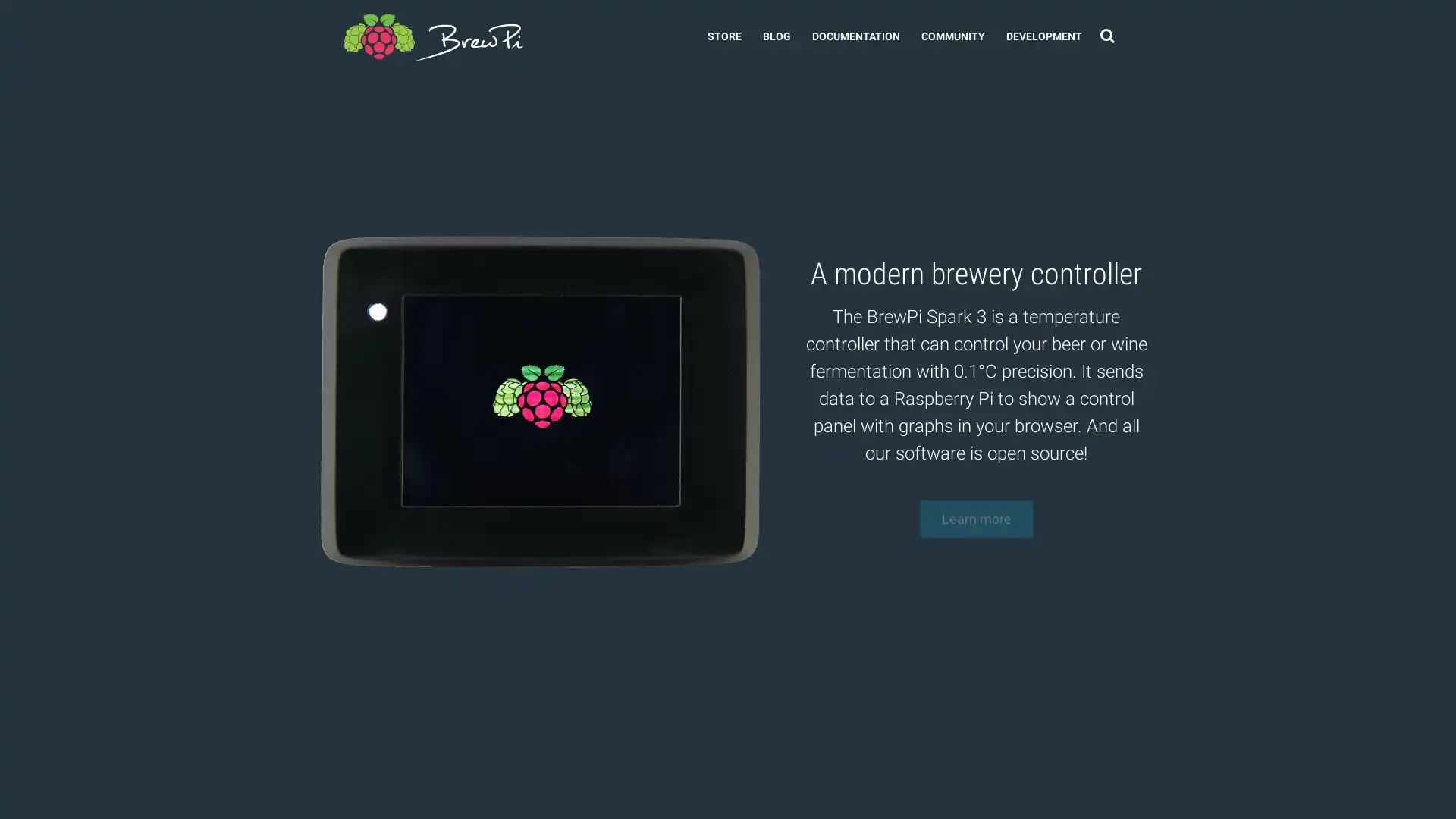 The width and height of the screenshot is (1456, 819). Describe the element at coordinates (975, 522) in the screenshot. I see `Learn more` at that location.